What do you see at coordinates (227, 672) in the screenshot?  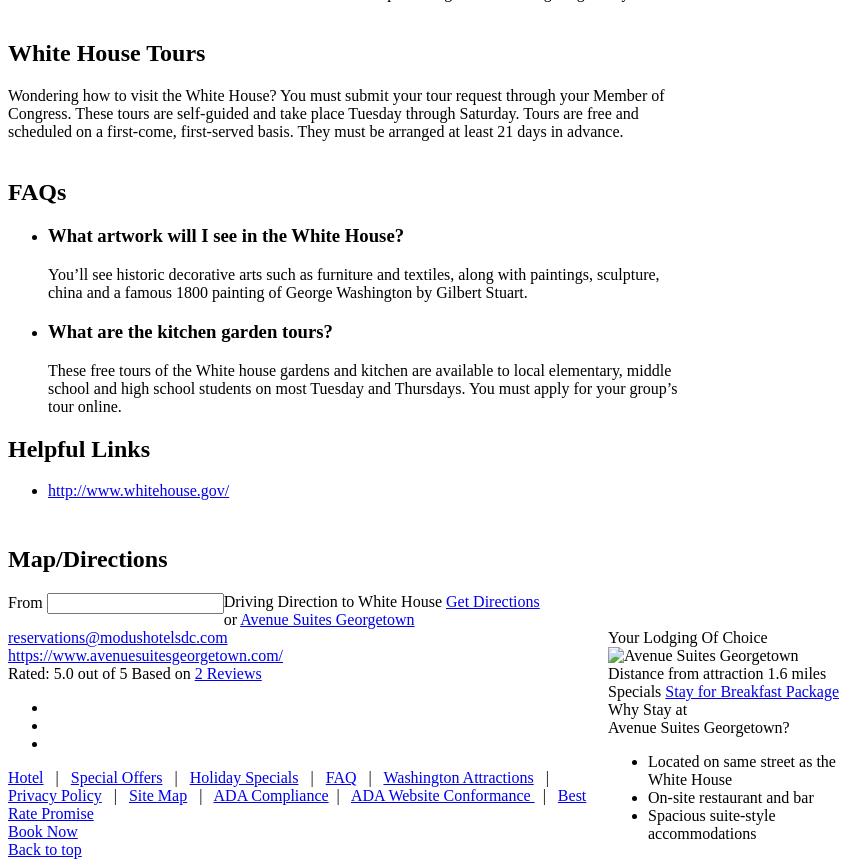 I see `'2 Reviews'` at bounding box center [227, 672].